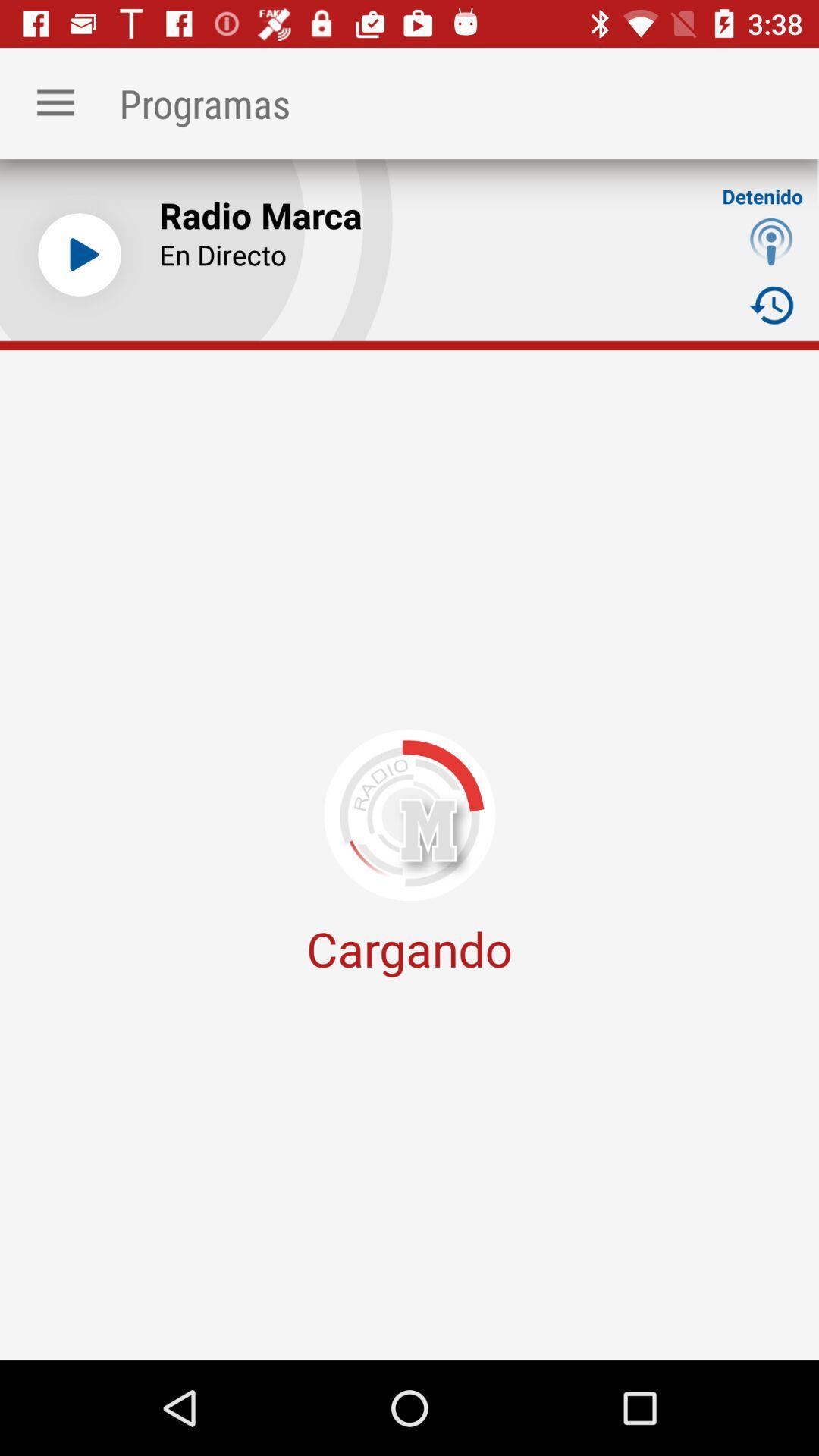 This screenshot has width=819, height=1456. I want to click on the item below detenido icon, so click(771, 240).